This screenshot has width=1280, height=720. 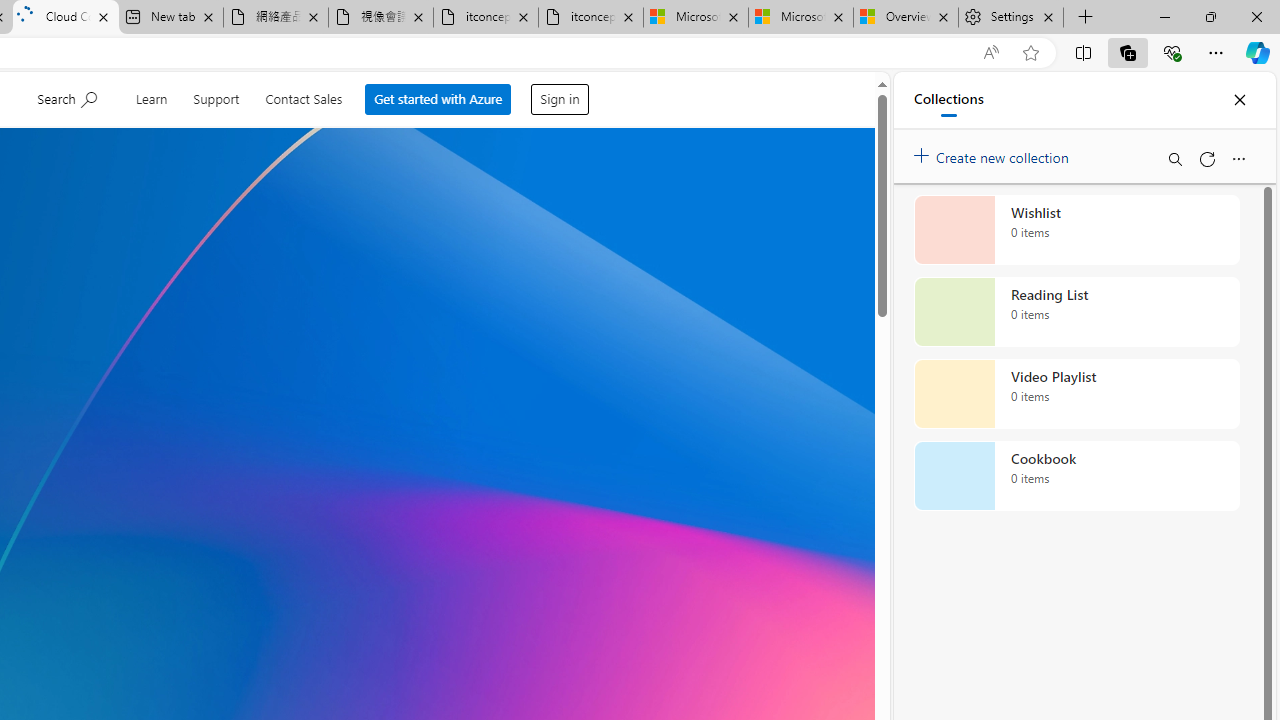 I want to click on 'Get started with Azure', so click(x=440, y=99).